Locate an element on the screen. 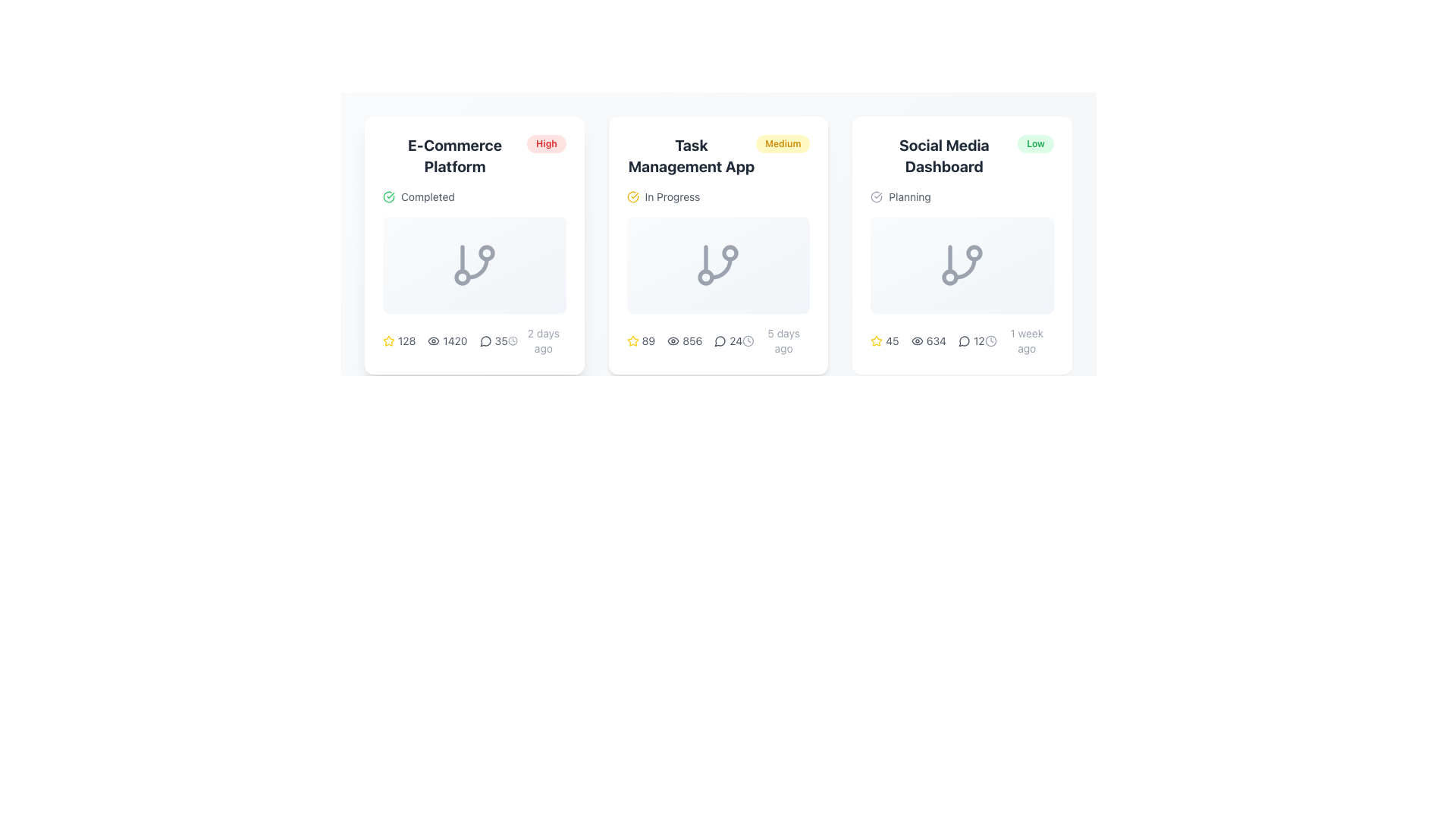 Image resolution: width=1456 pixels, height=819 pixels. the time icon located in the summary section of the 'Task Management App' card, which is positioned to the left of the text '5 days ago' is located at coordinates (748, 341).